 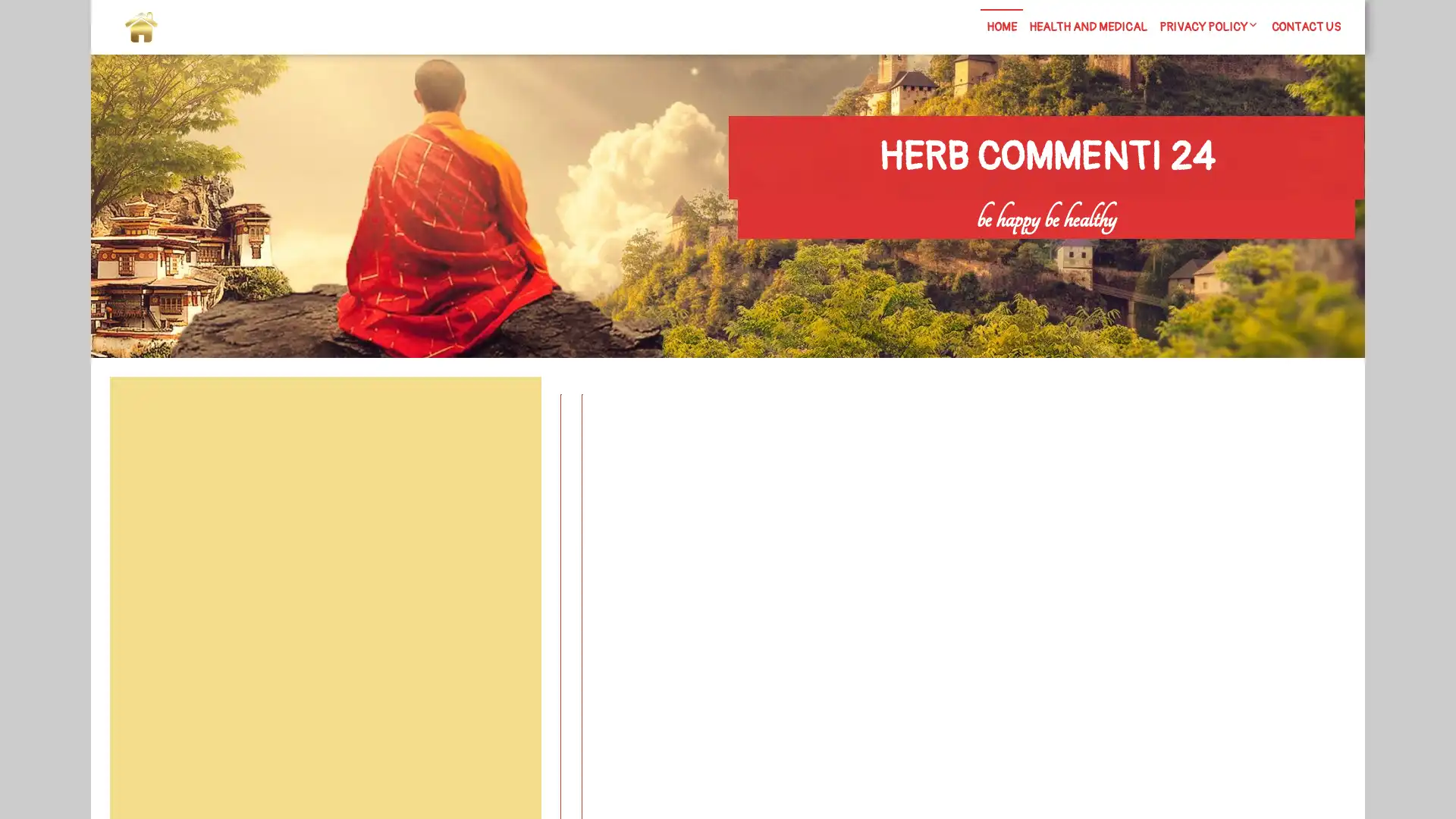 I want to click on Search, so click(x=1181, y=248).